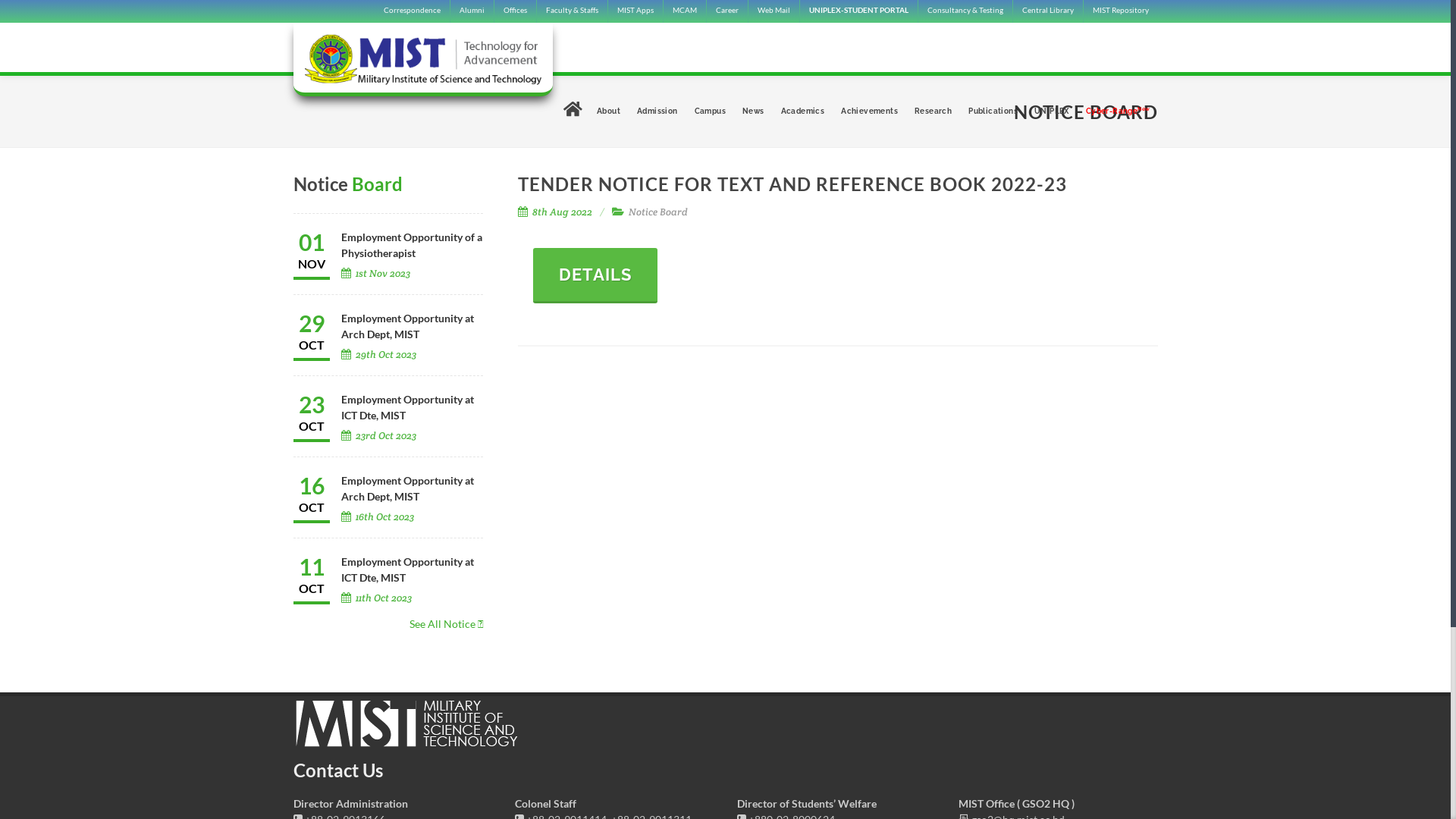 The width and height of the screenshot is (1456, 819). I want to click on 'Faculty & Staffs', so click(571, 11).